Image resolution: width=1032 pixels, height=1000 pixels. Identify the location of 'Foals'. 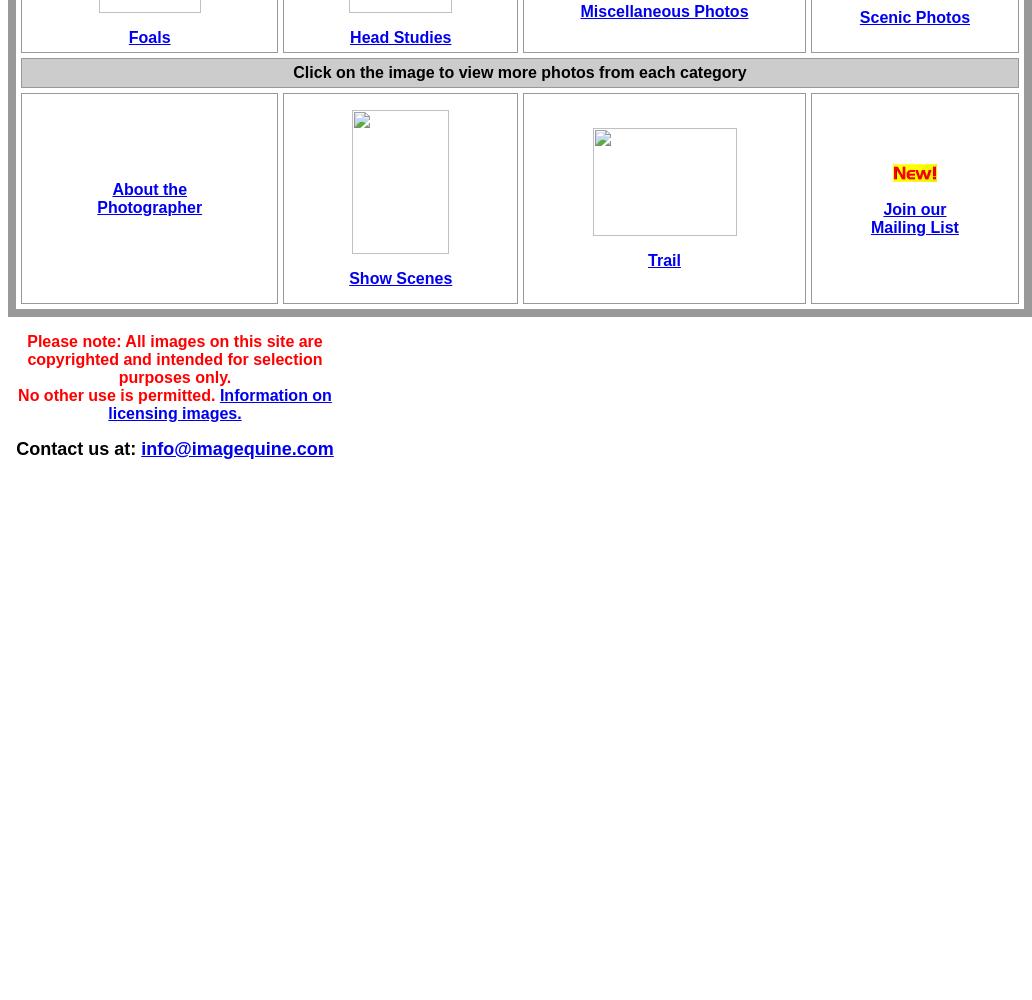
(148, 37).